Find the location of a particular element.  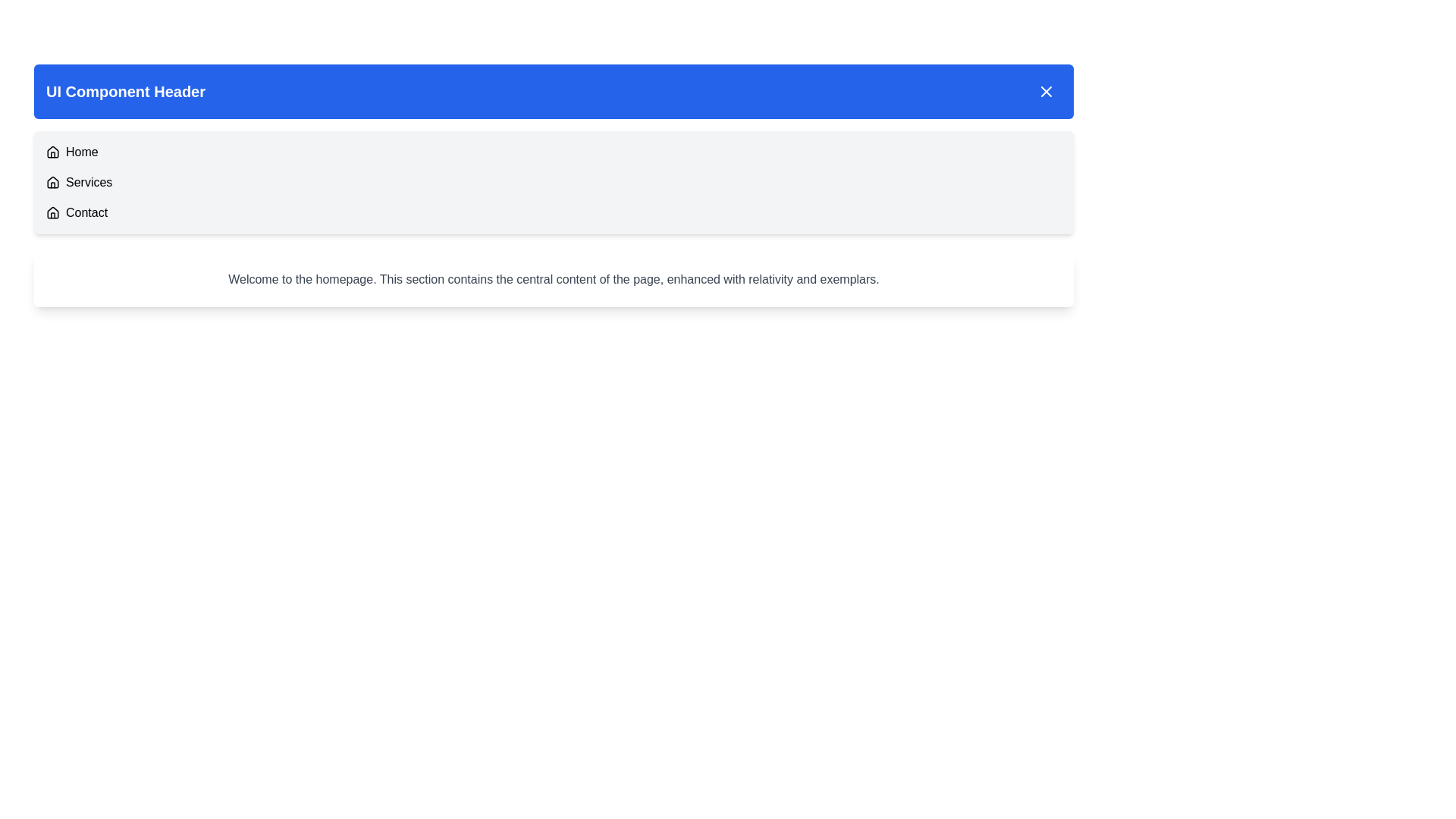

the house icon that represents the 'Contact' navigation option in the vertical navigation list is located at coordinates (53, 213).